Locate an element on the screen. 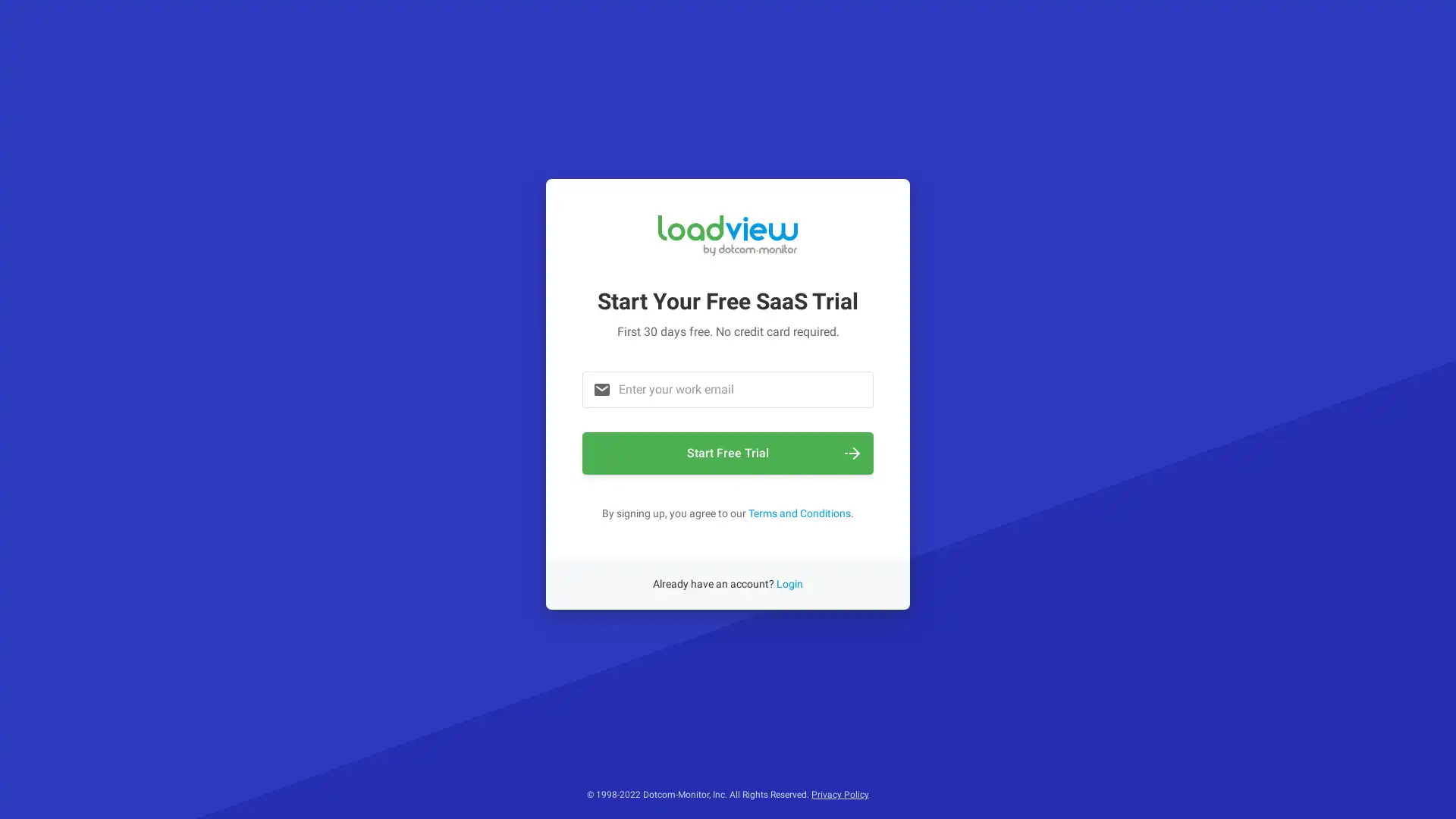 This screenshot has height=819, width=1456. Start Free Trial is located at coordinates (728, 452).